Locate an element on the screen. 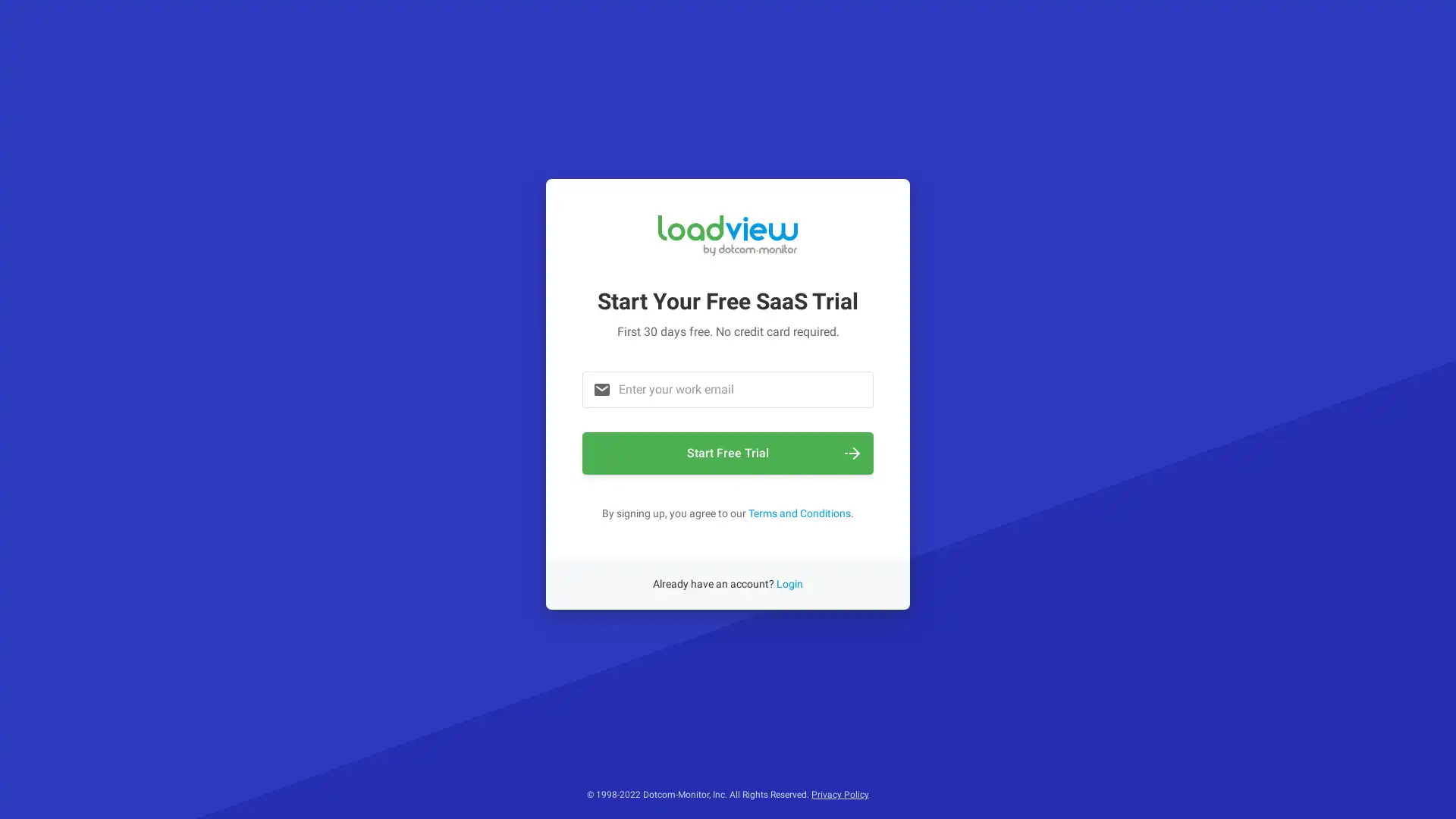 This screenshot has height=819, width=1456. Start Free Trial is located at coordinates (728, 452).